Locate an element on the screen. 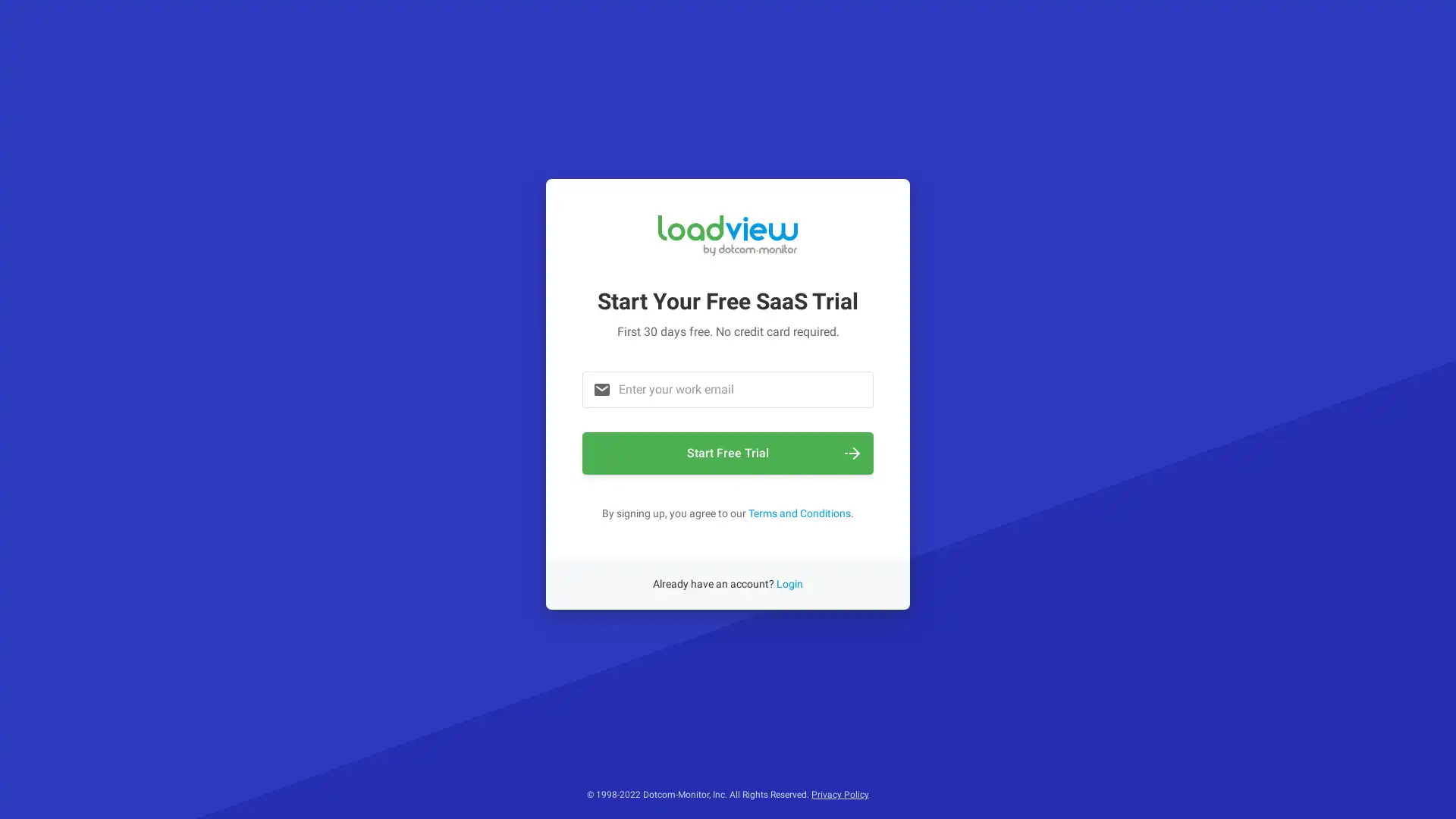 This screenshot has height=819, width=1456. Start Free Trial is located at coordinates (728, 452).